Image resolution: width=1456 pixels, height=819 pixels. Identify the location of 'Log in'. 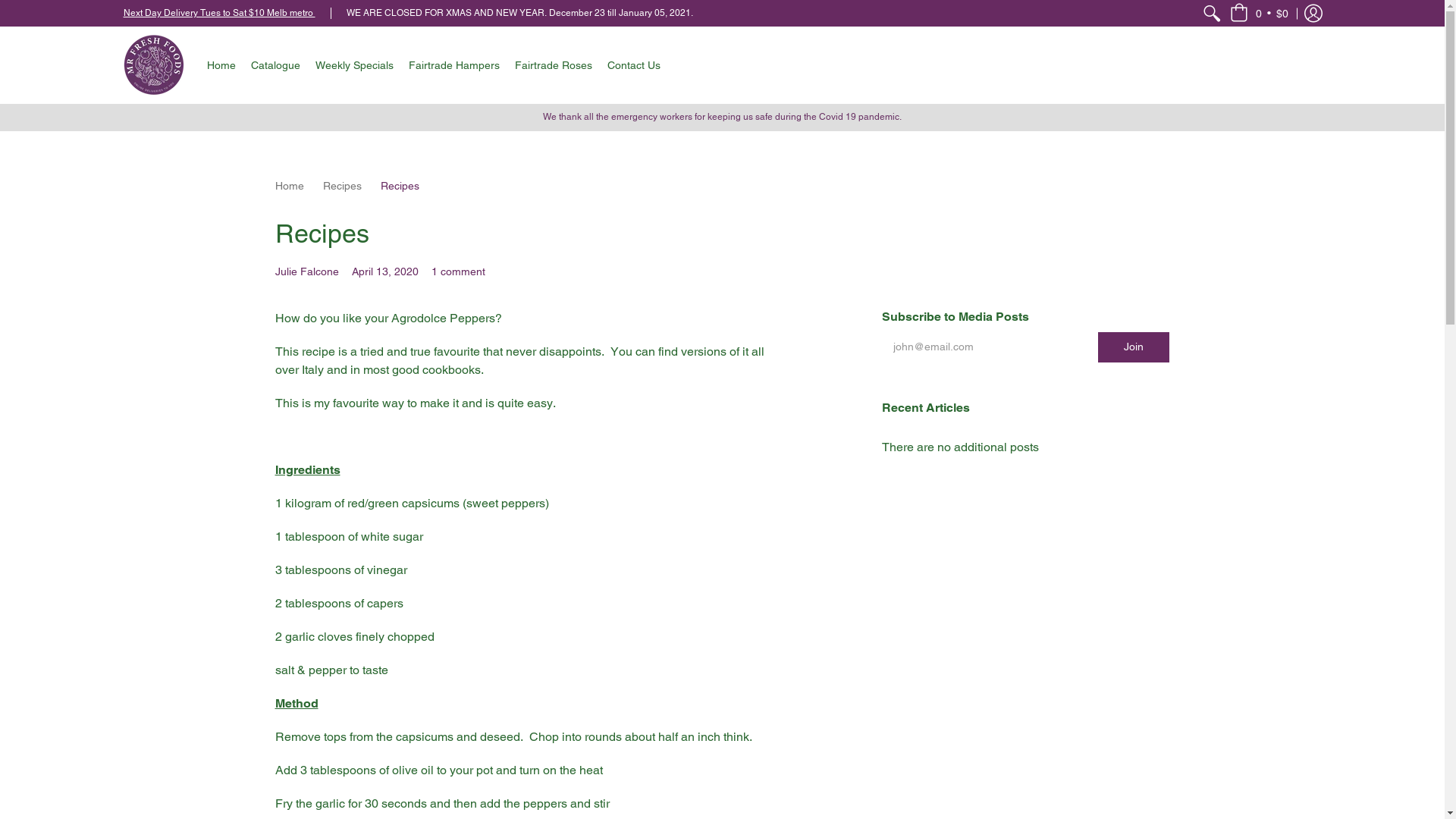
(1295, 13).